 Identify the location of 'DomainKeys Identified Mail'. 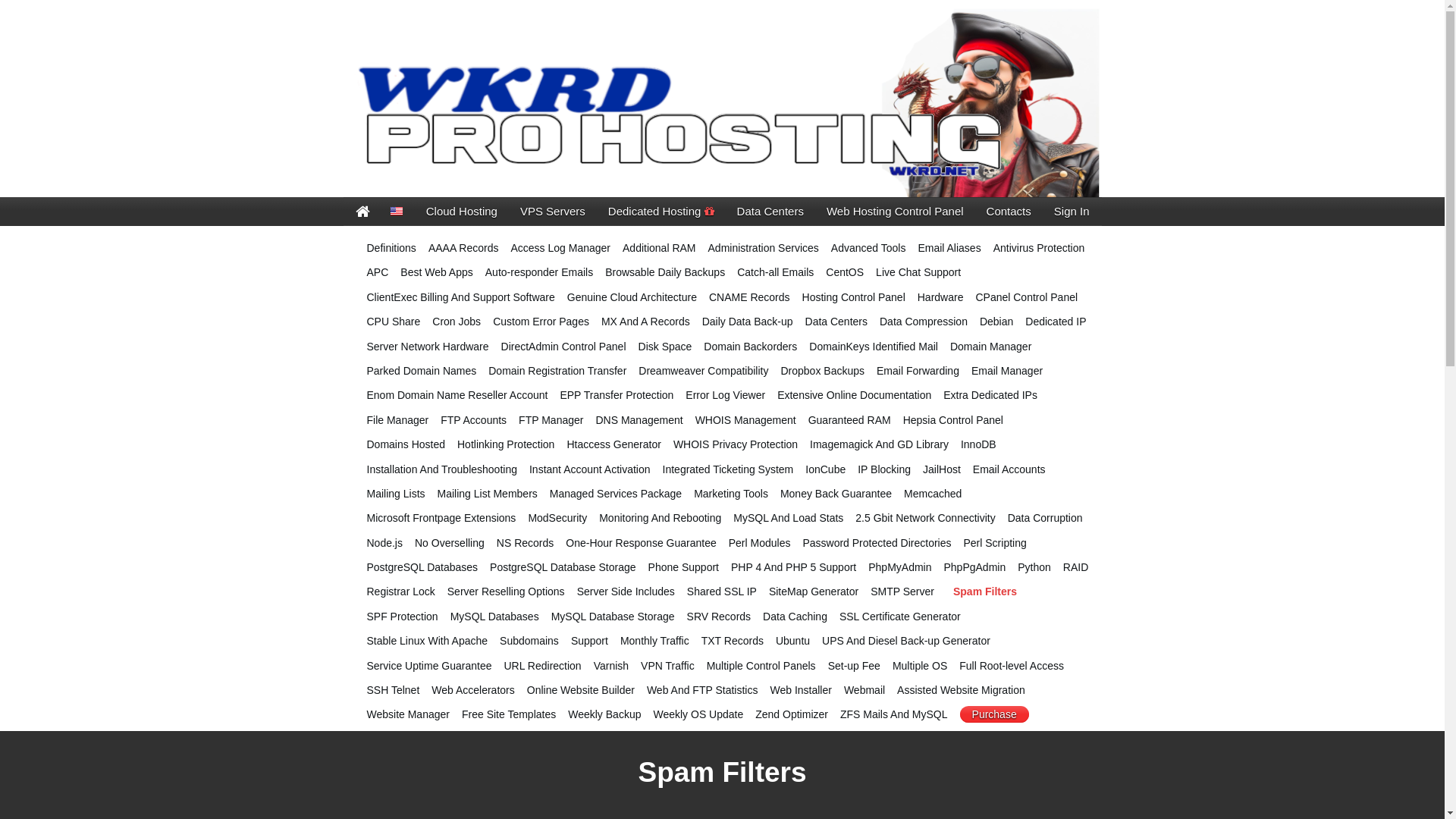
(874, 346).